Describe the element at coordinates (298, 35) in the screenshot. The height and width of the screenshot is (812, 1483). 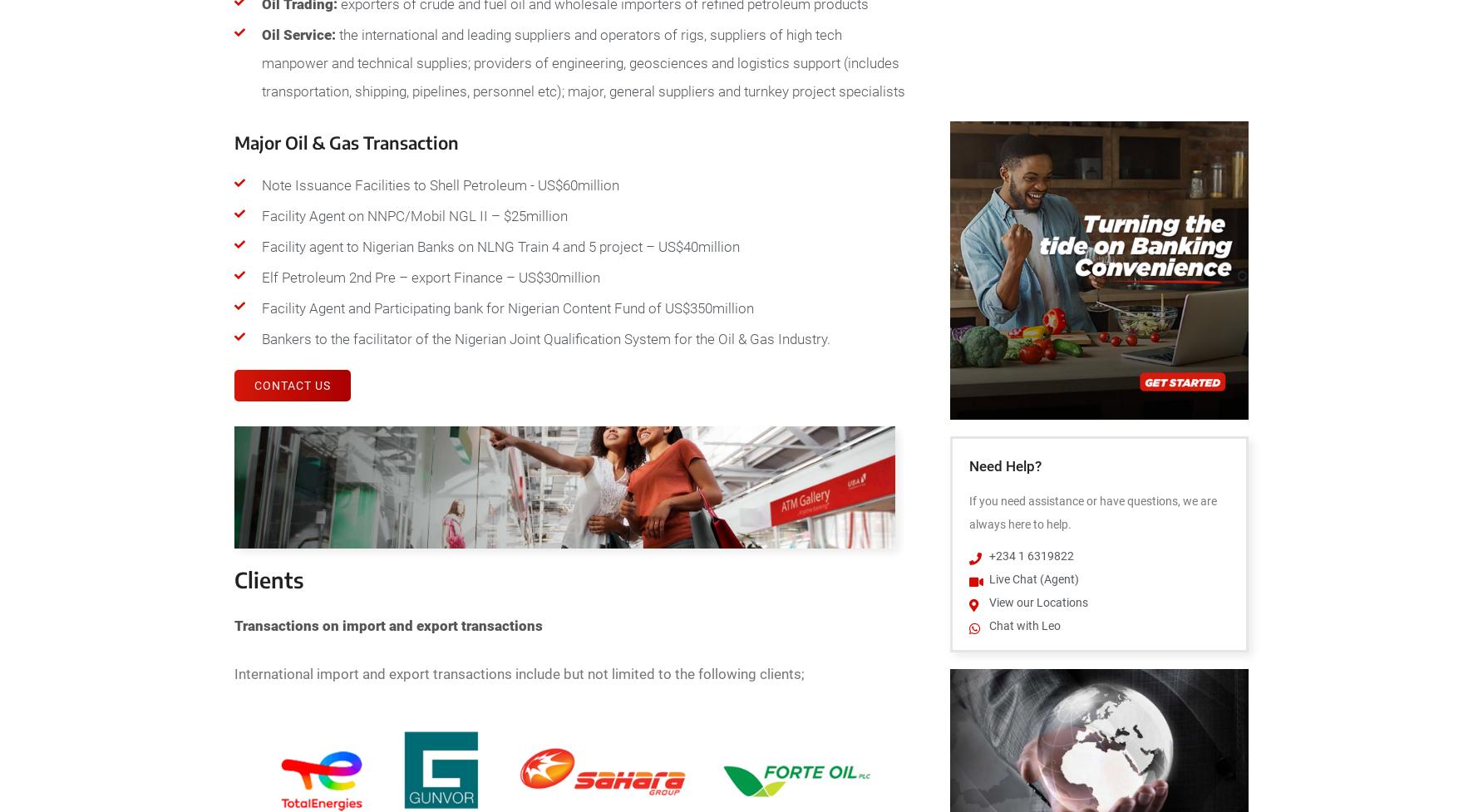
I see `'Oil Service:'` at that location.